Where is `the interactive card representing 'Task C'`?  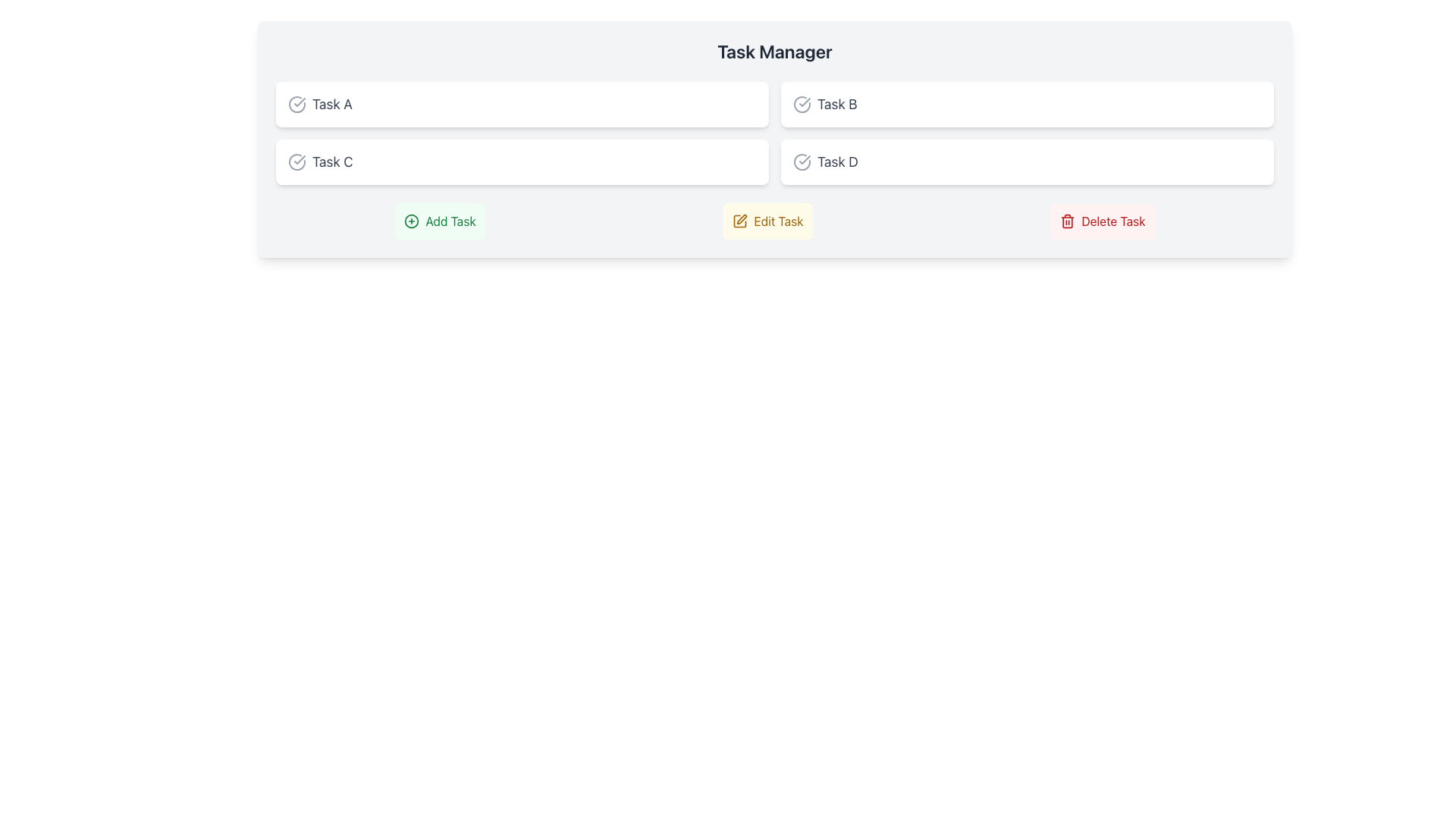 the interactive card representing 'Task C' is located at coordinates (522, 162).